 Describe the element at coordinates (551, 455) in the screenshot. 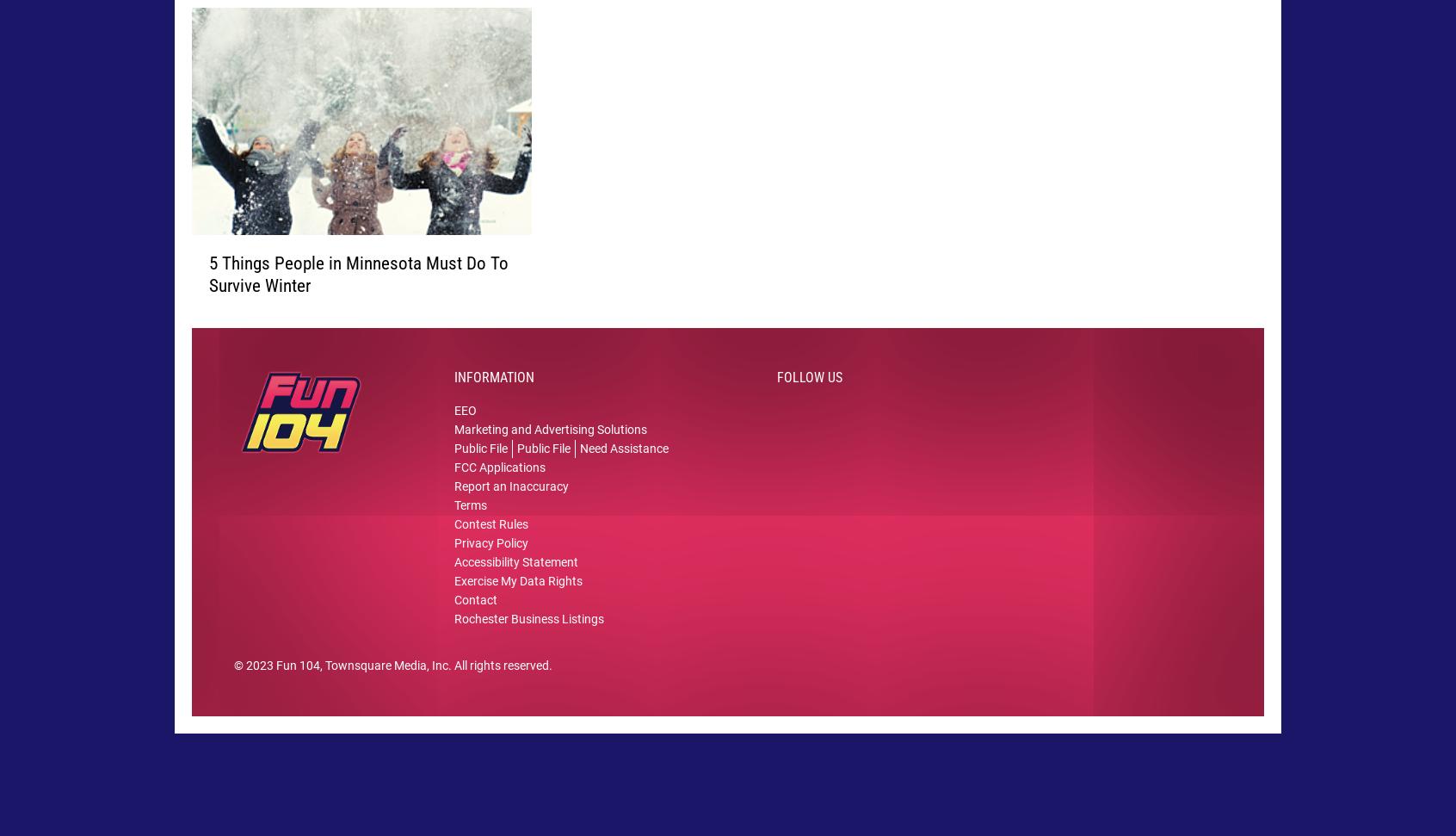

I see `'Marketing and Advertising Solutions'` at that location.